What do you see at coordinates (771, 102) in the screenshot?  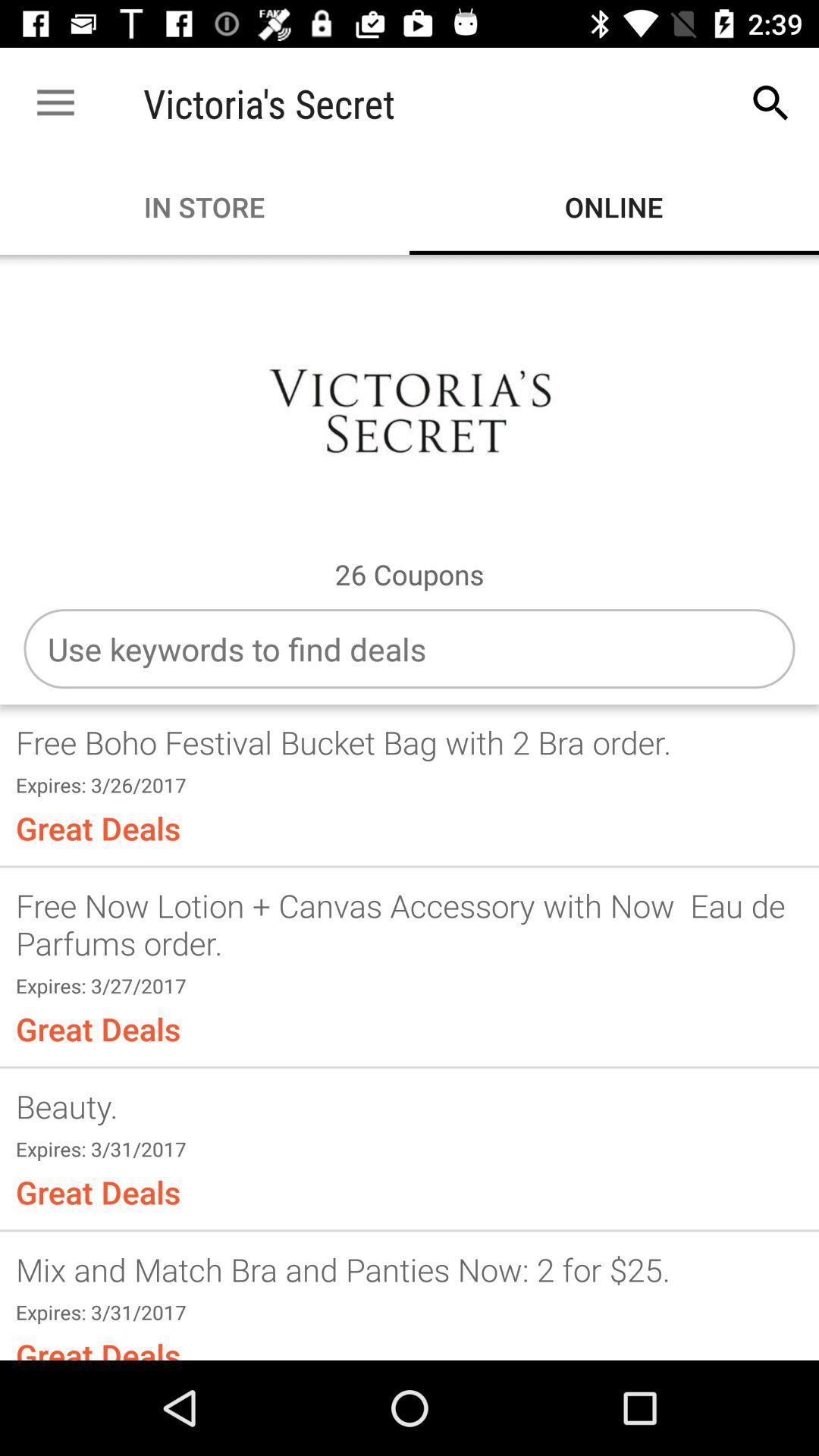 I see `the icon next to the victoria's secret  app` at bounding box center [771, 102].